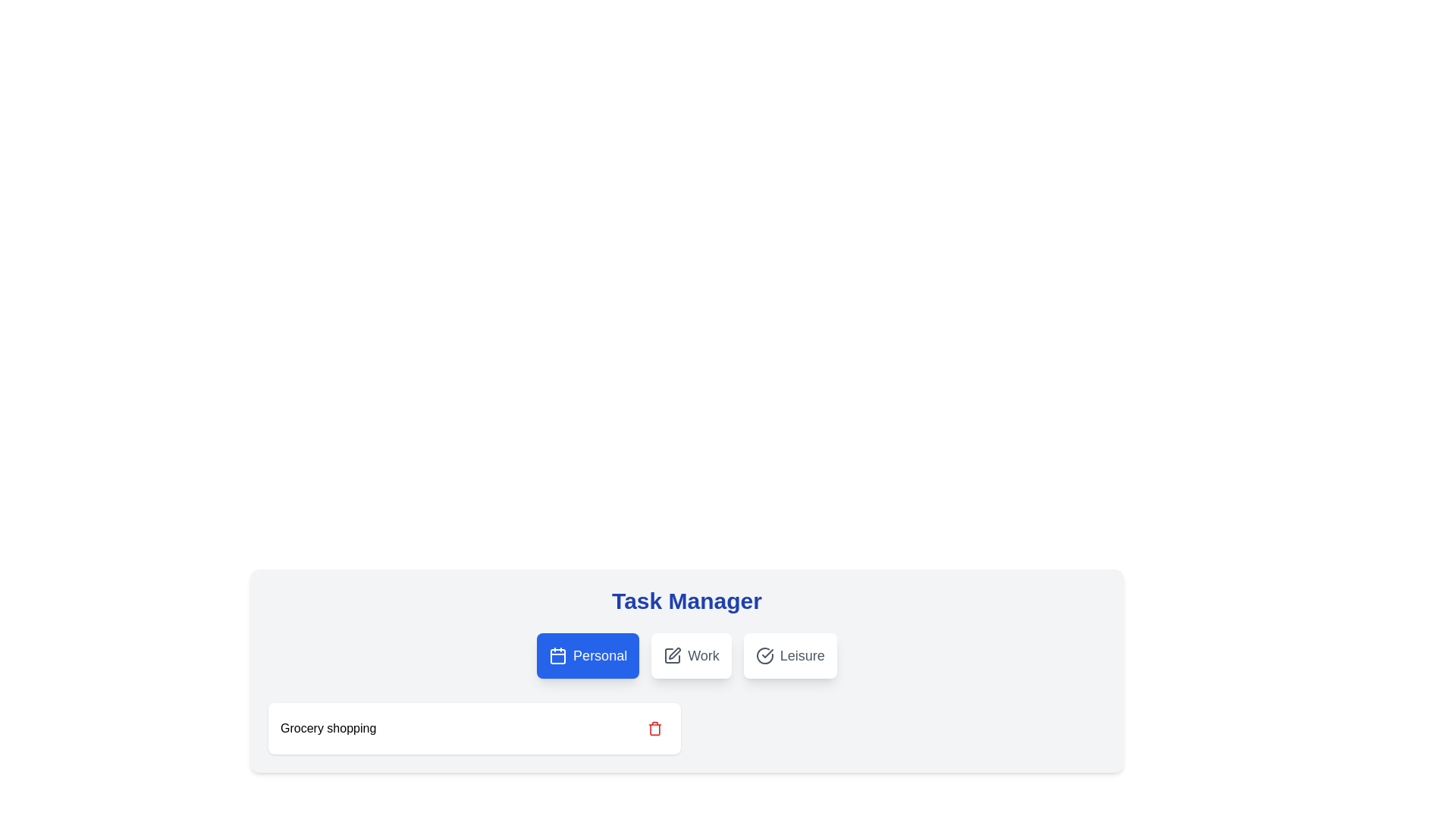  Describe the element at coordinates (691, 654) in the screenshot. I see `the 'Work' button located below the 'Task Manager' heading` at that location.